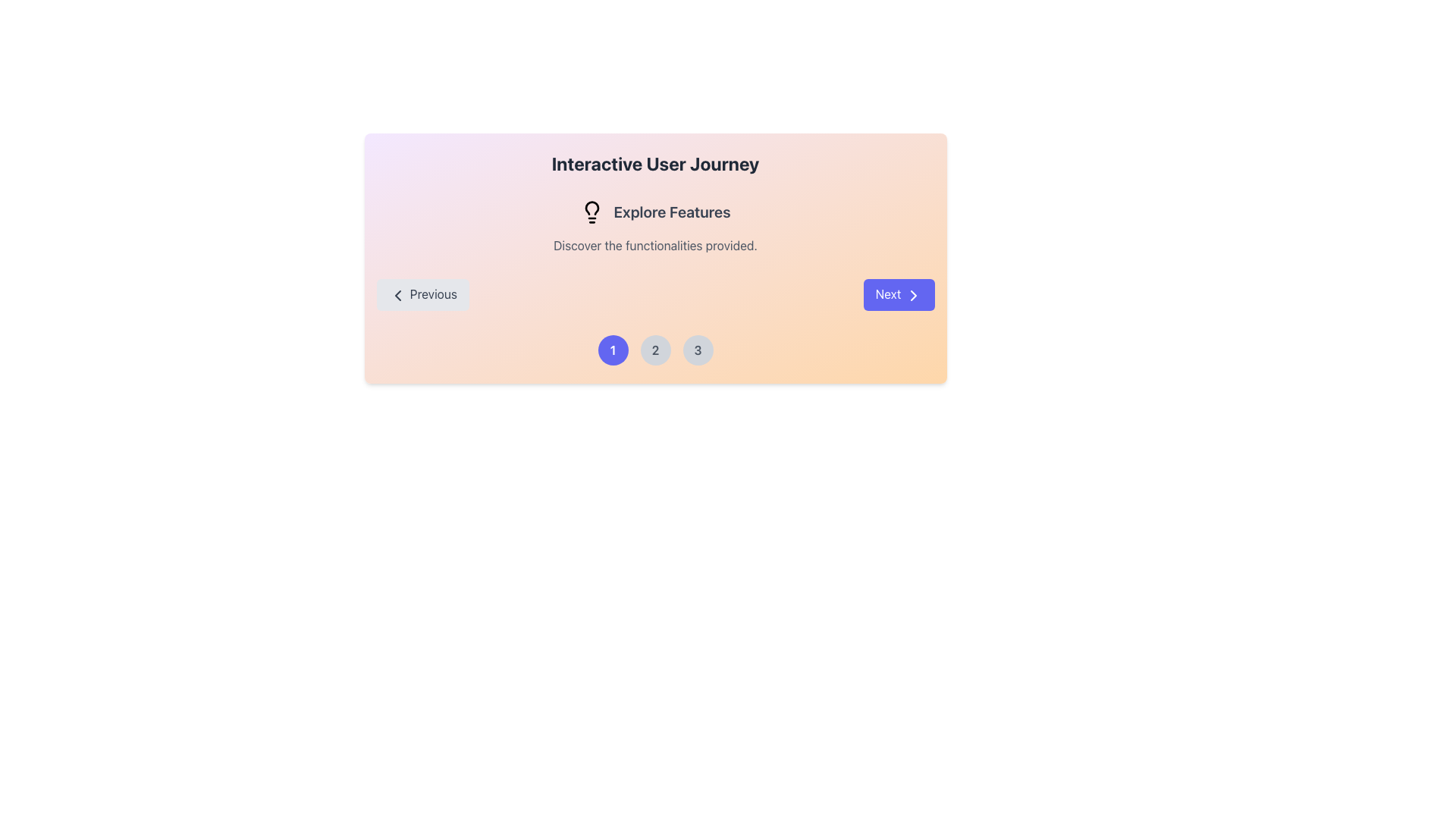 The width and height of the screenshot is (1456, 819). What do you see at coordinates (671, 212) in the screenshot?
I see `the text label that reads 'Explore Features'` at bounding box center [671, 212].